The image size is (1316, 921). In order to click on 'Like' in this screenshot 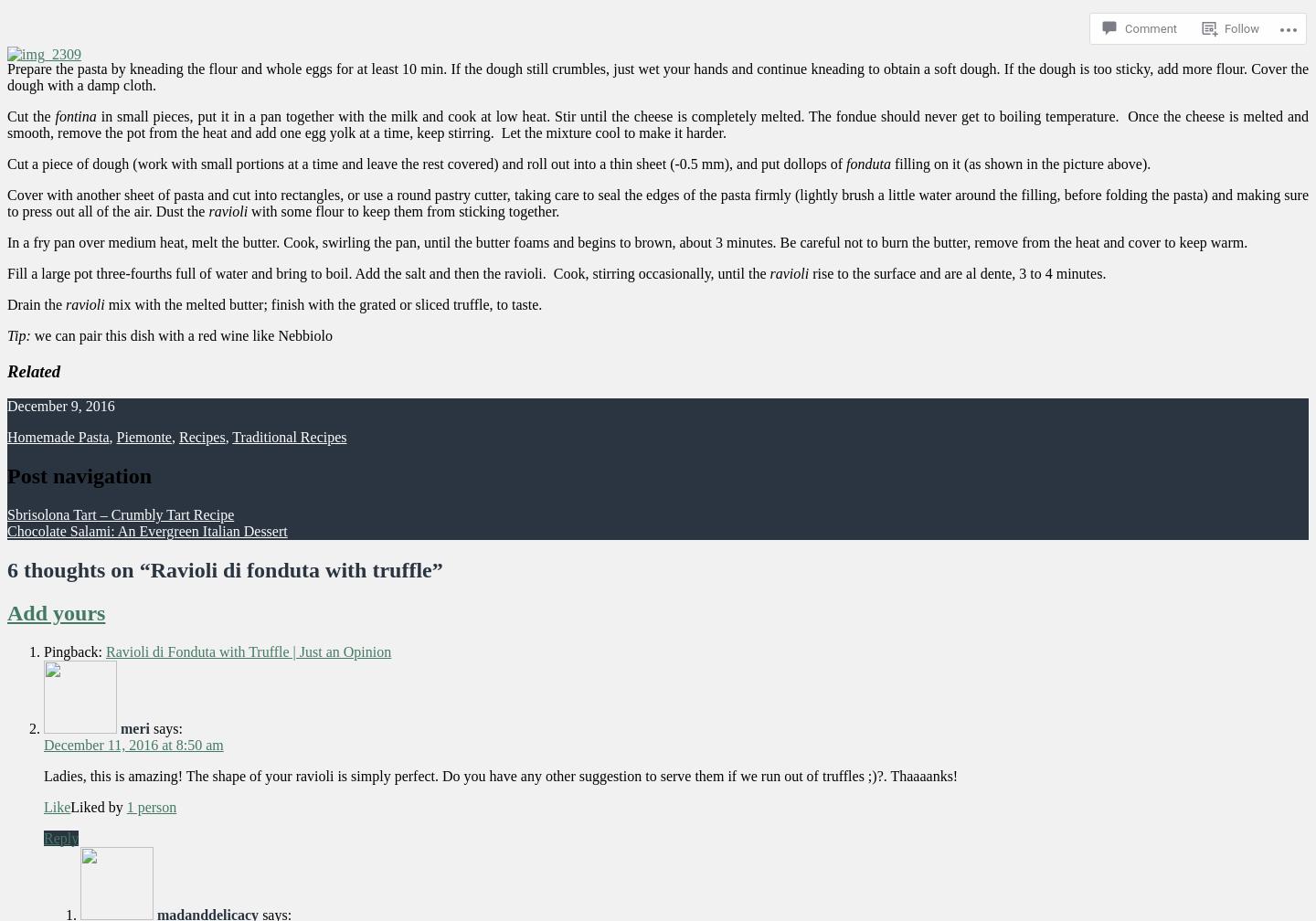, I will do `click(57, 806)`.